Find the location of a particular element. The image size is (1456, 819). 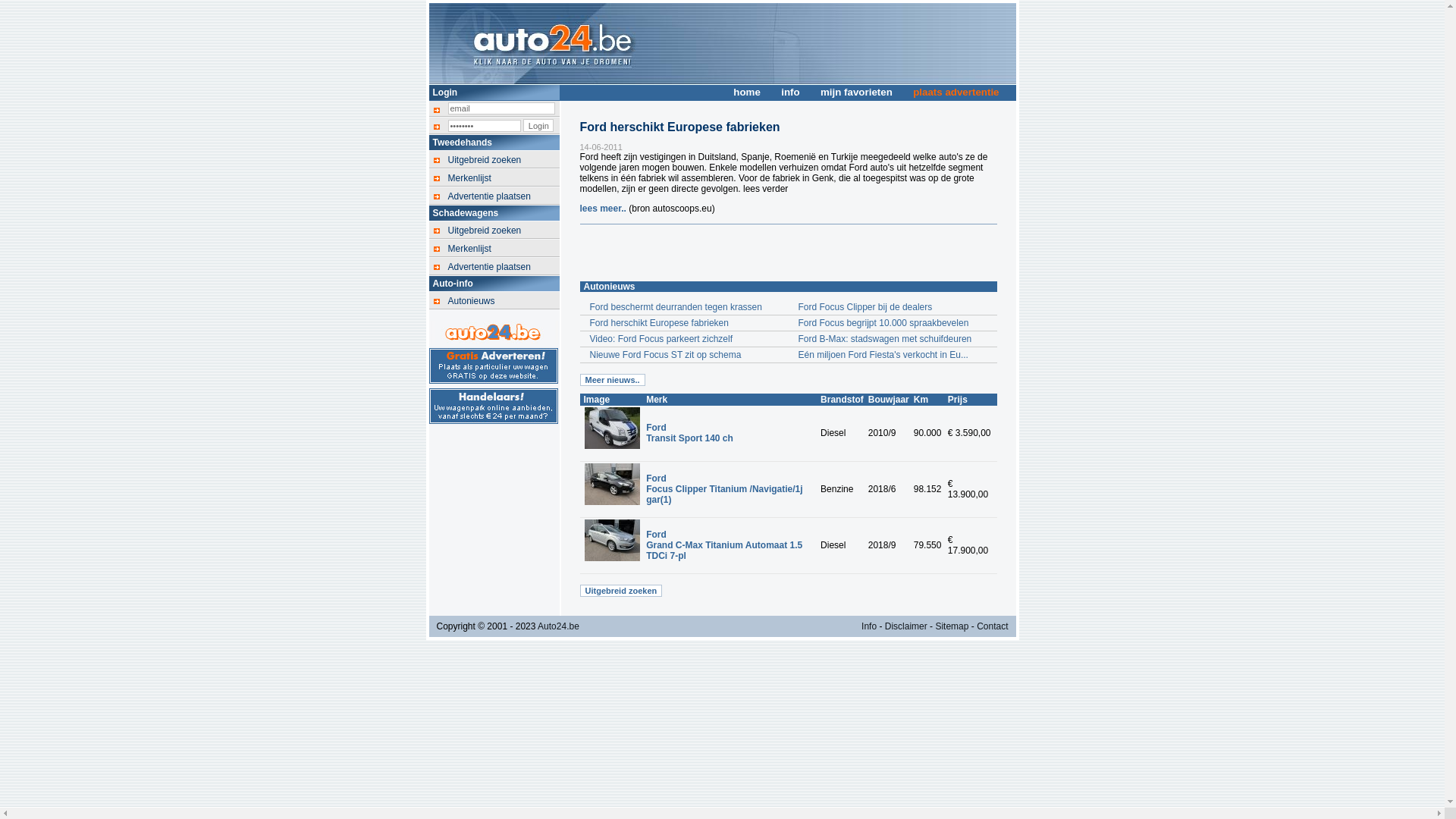

'Advertentie plaatsen' is located at coordinates (503, 195).